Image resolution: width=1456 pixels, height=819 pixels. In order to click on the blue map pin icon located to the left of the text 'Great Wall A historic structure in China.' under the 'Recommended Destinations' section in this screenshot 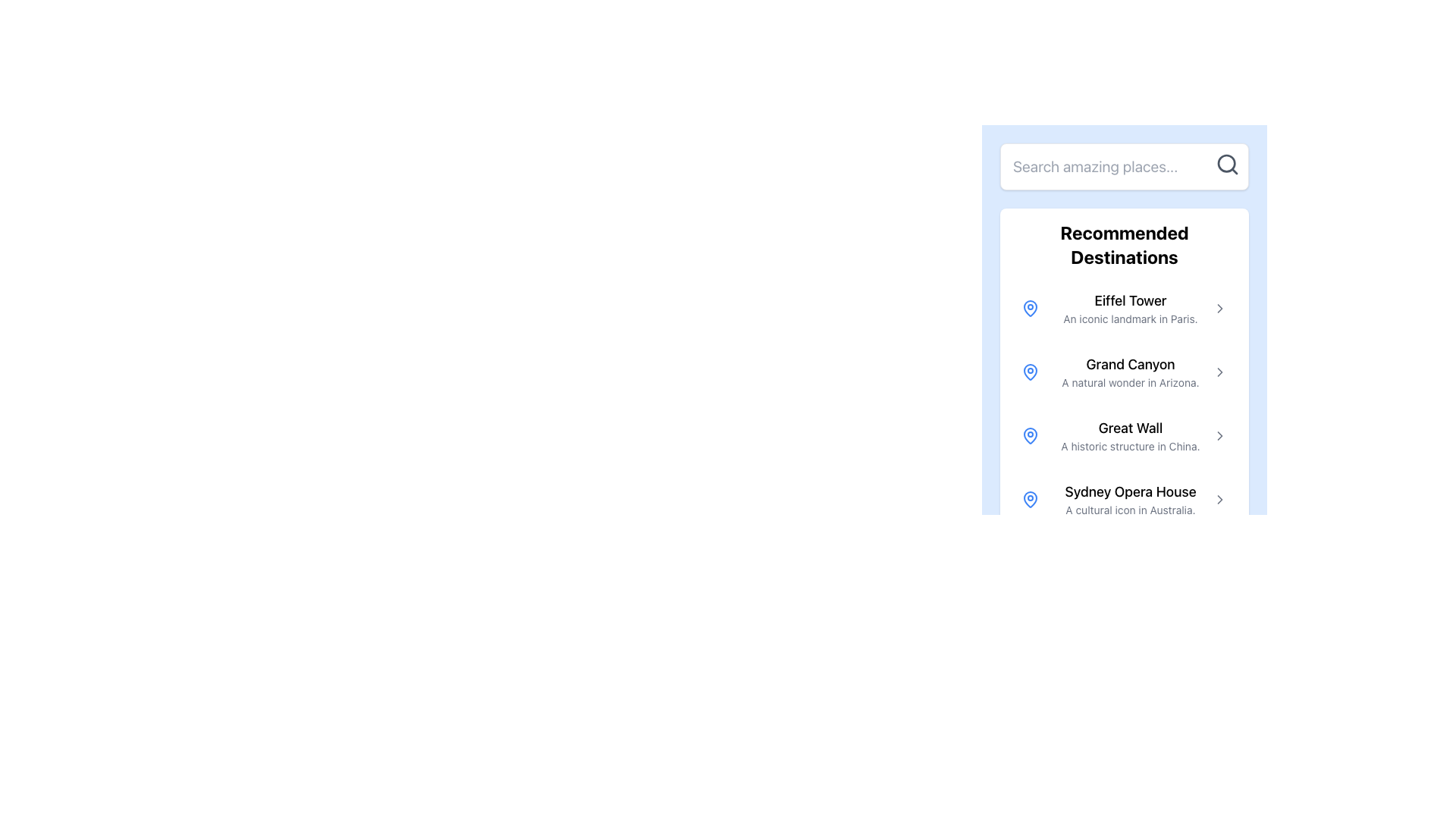, I will do `click(1030, 435)`.